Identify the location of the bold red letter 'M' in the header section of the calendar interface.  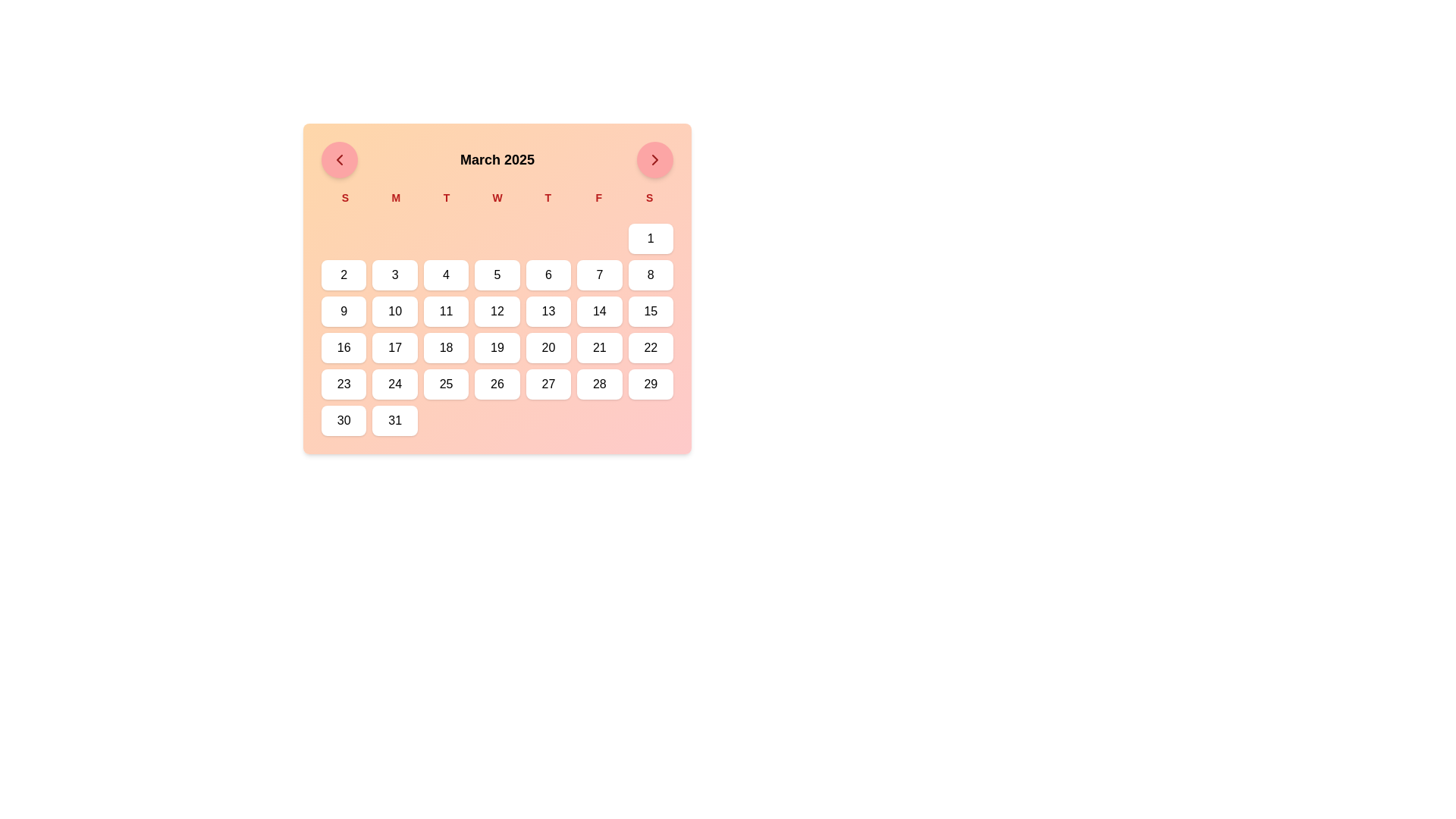
(396, 197).